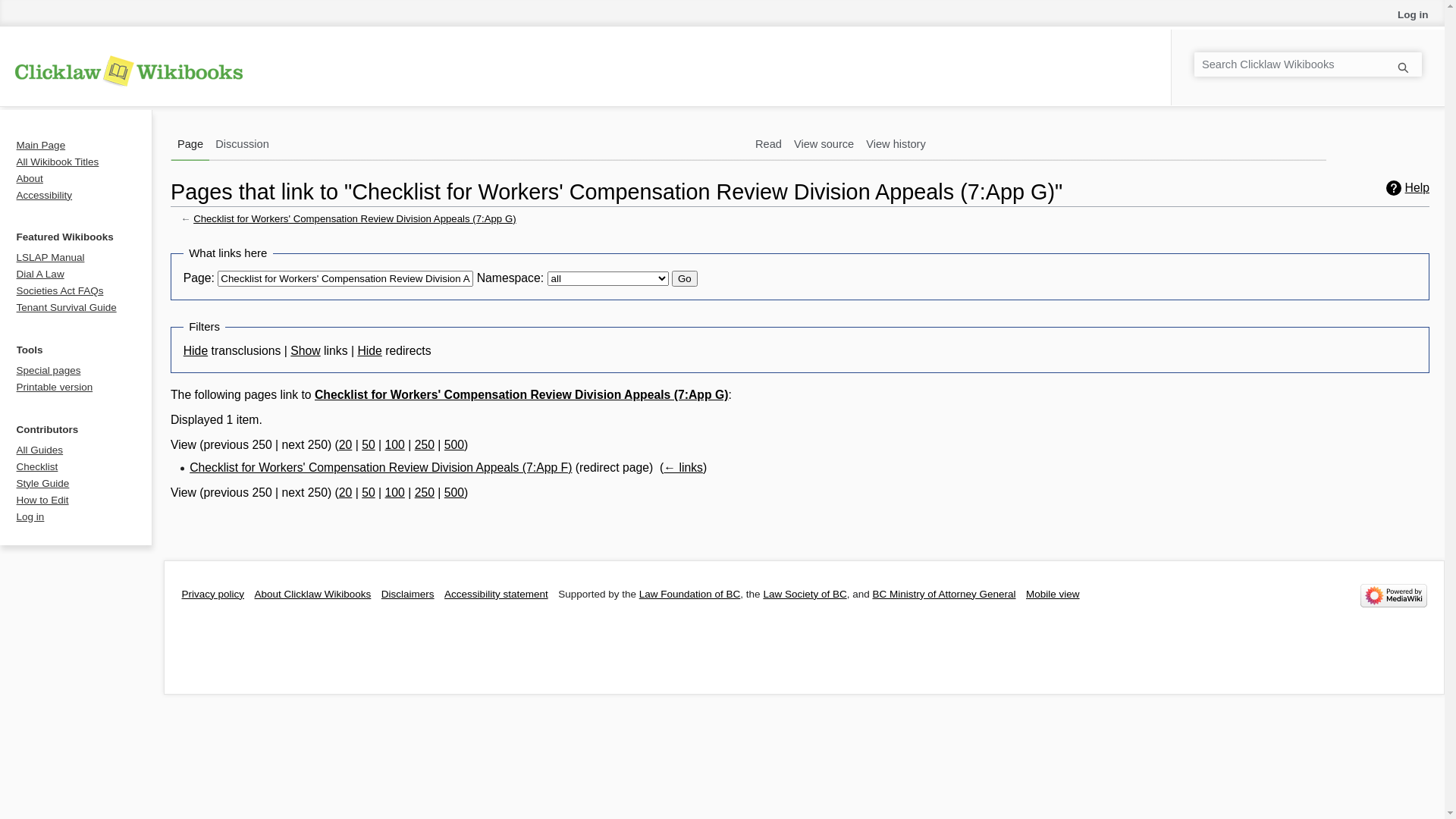 The height and width of the screenshot is (819, 1456). Describe the element at coordinates (425, 492) in the screenshot. I see `'250'` at that location.